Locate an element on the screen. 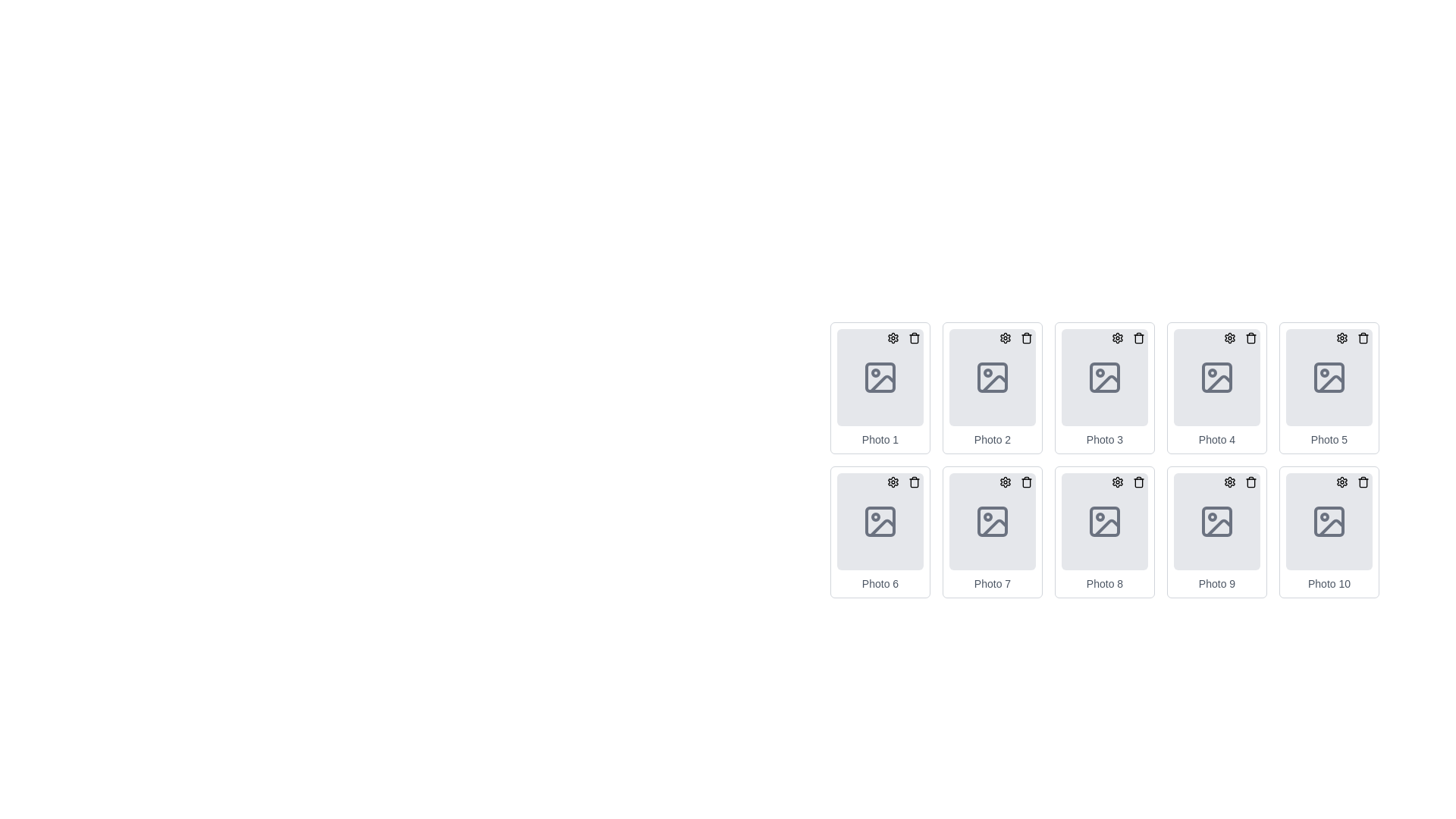  the settings icon button located in the top-right corner of the 'Photo 10' card is located at coordinates (1342, 482).